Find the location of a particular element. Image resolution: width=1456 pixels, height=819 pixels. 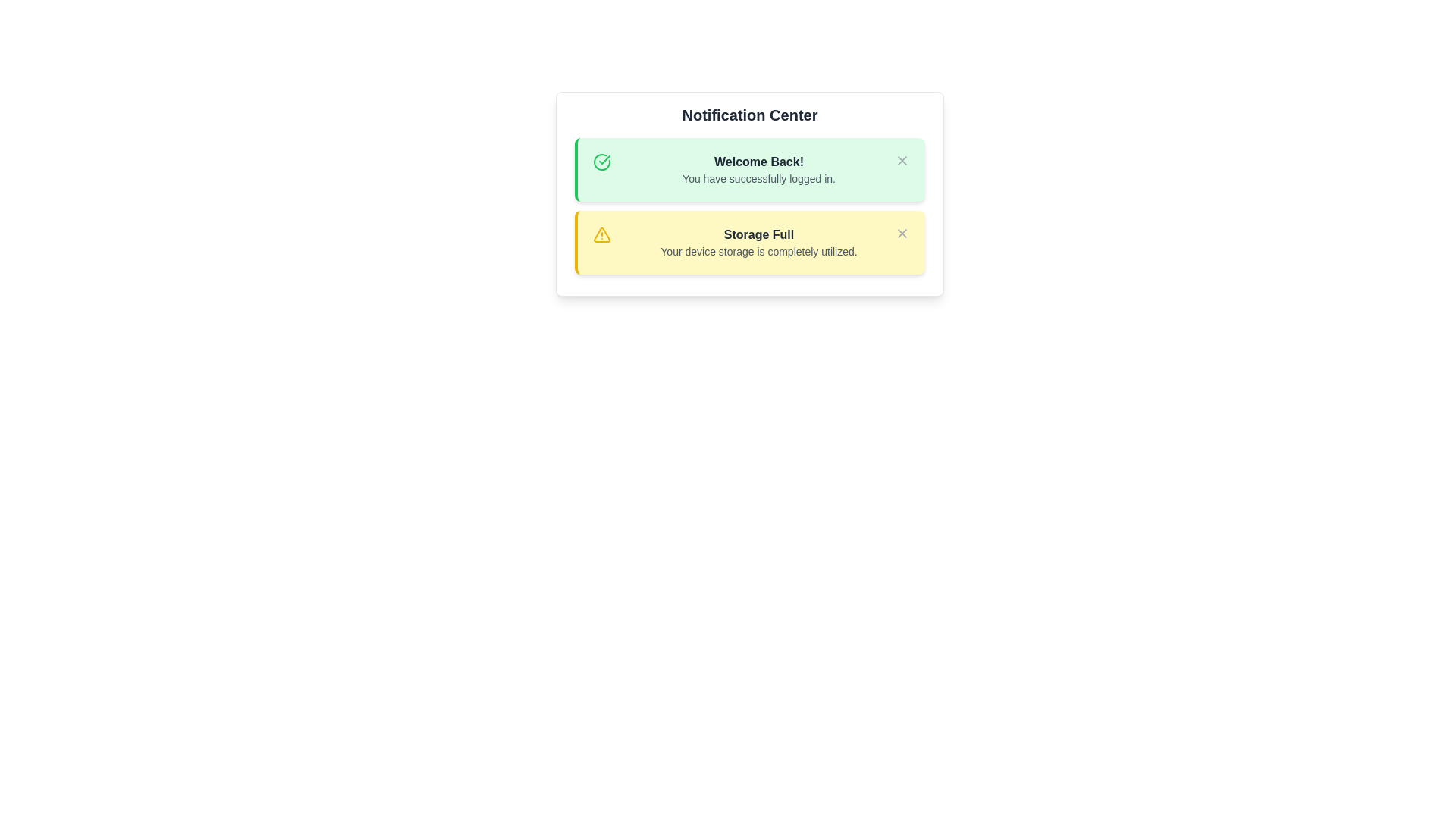

the notification titled 'Storage Full' to read its details is located at coordinates (749, 242).